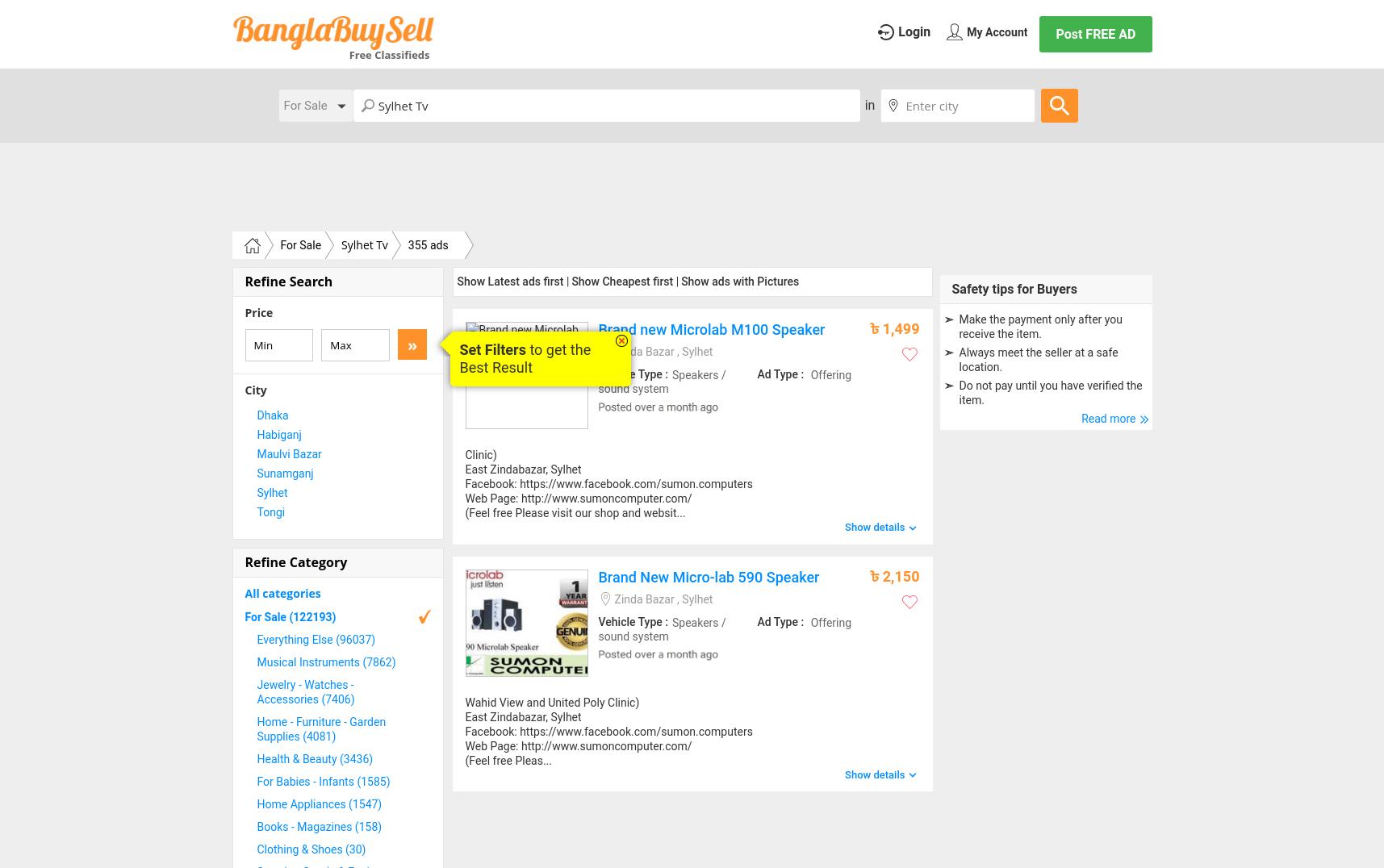  Describe the element at coordinates (270, 511) in the screenshot. I see `'Tongi'` at that location.